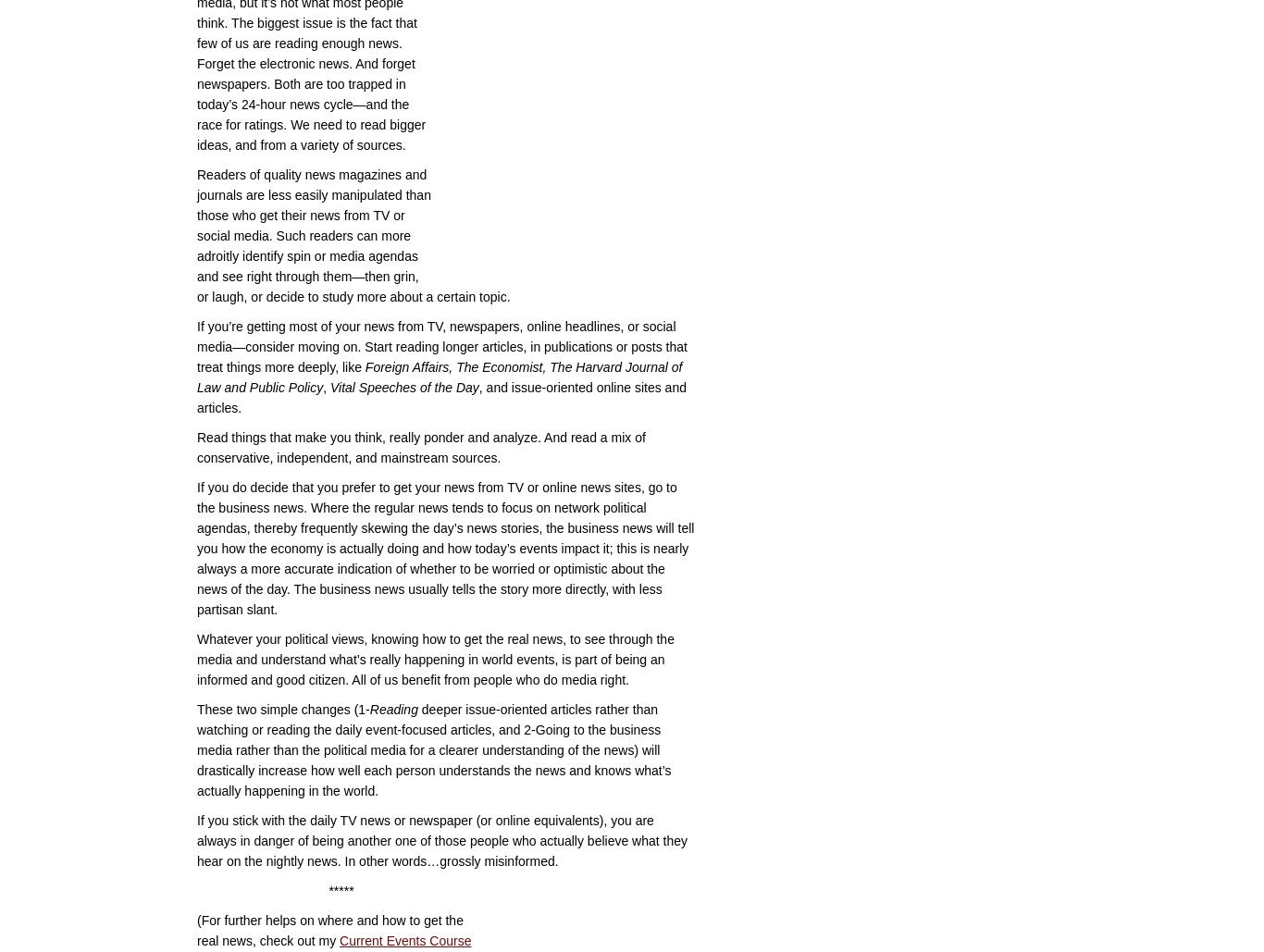  Describe the element at coordinates (328, 387) in the screenshot. I see `'Vital Speeches of the Day'` at that location.